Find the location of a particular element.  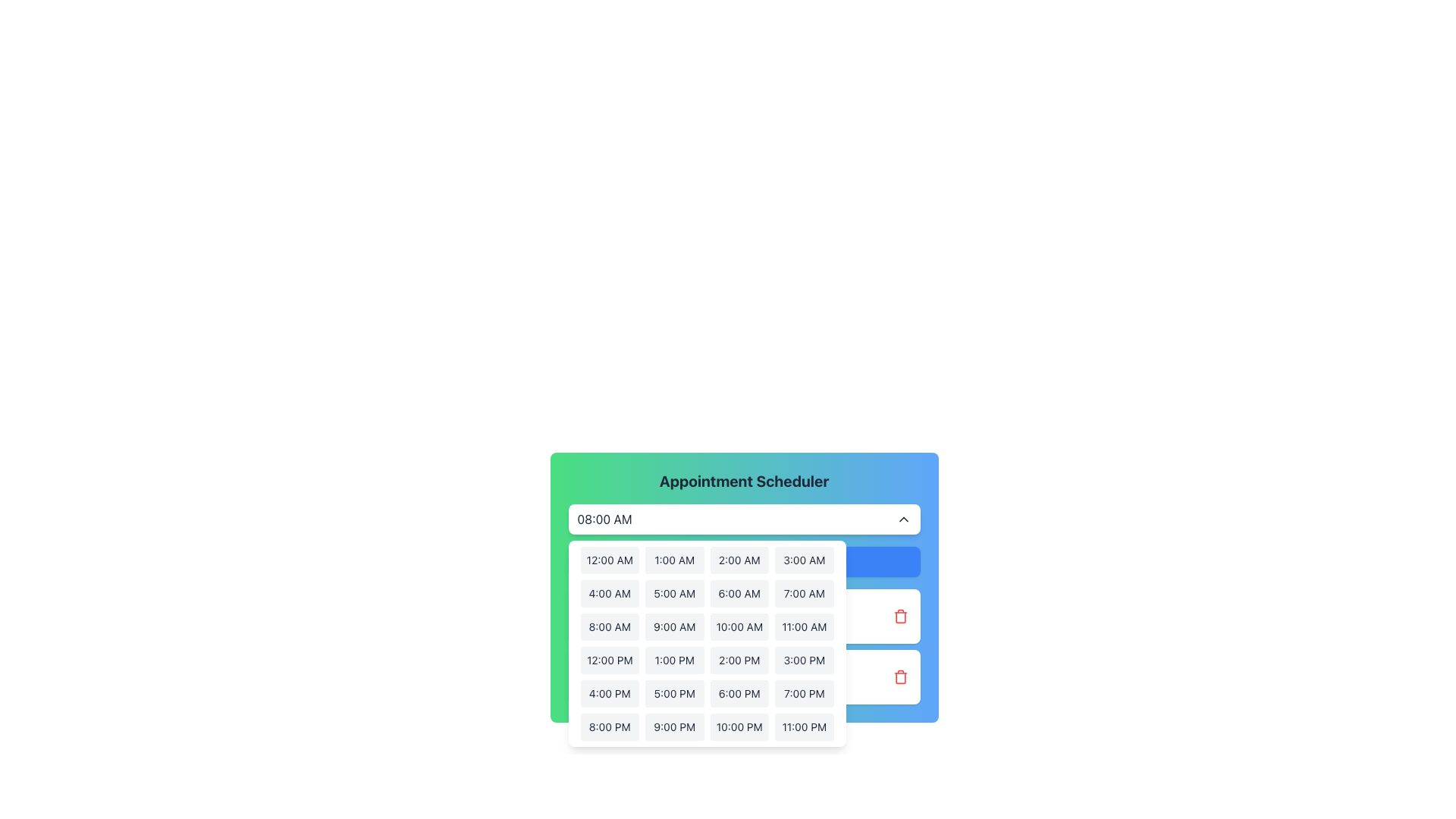

the '7:00 AM' button is located at coordinates (803, 593).